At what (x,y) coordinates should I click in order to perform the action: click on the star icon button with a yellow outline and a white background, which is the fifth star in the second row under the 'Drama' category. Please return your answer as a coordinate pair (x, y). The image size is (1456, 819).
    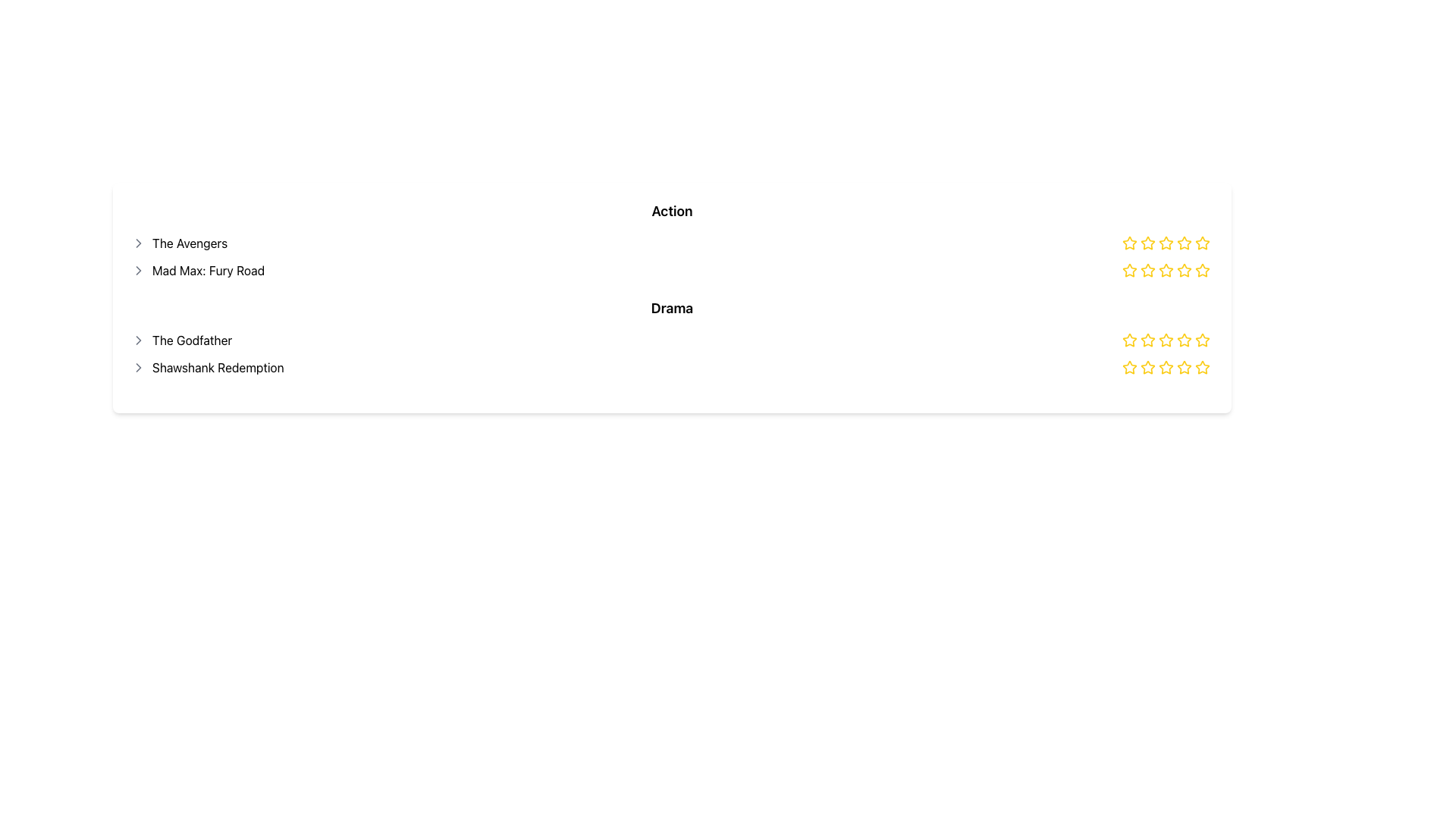
    Looking at the image, I should click on (1201, 367).